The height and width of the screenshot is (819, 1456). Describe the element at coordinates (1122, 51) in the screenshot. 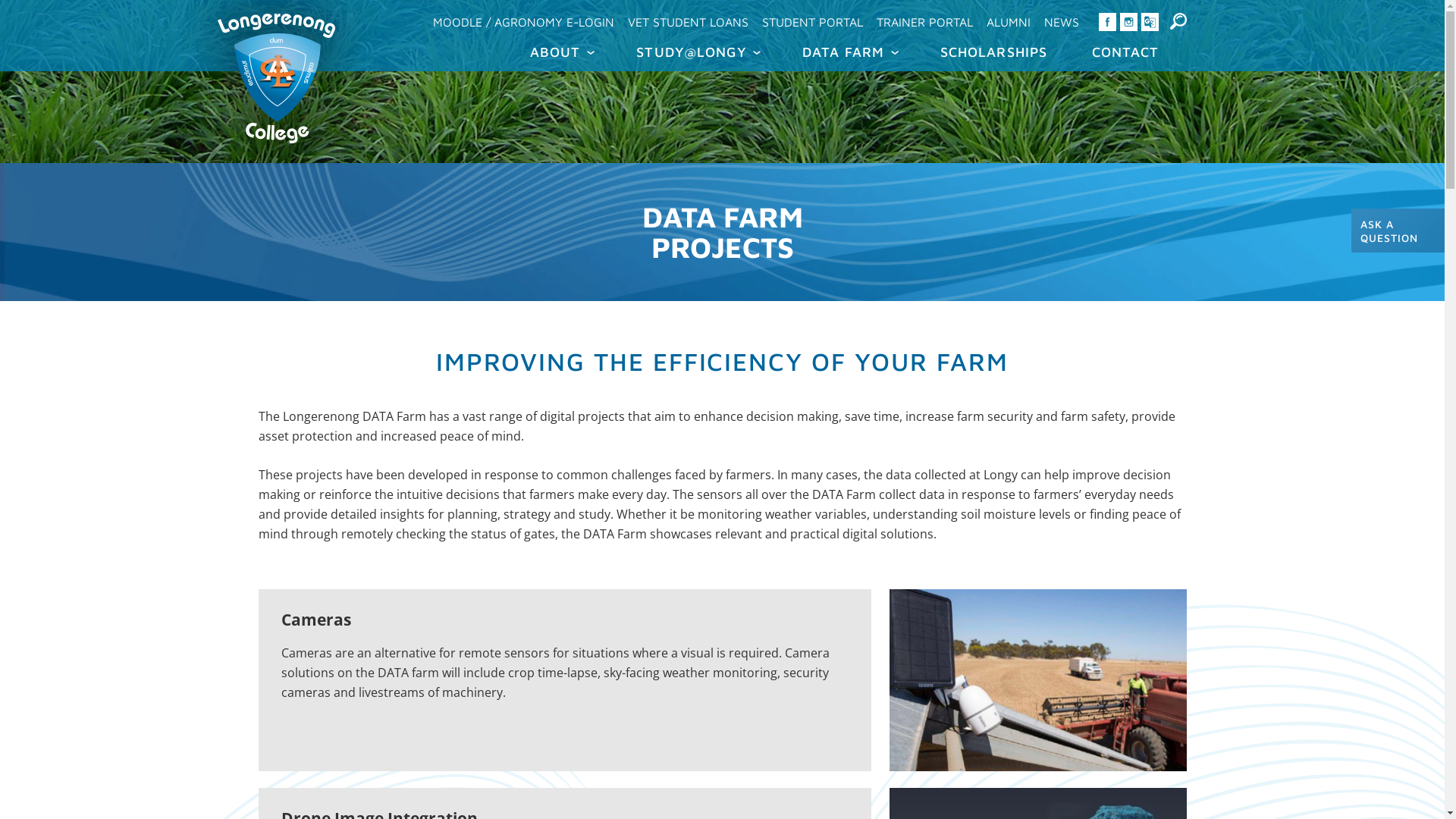

I see `'CONTACT'` at that location.